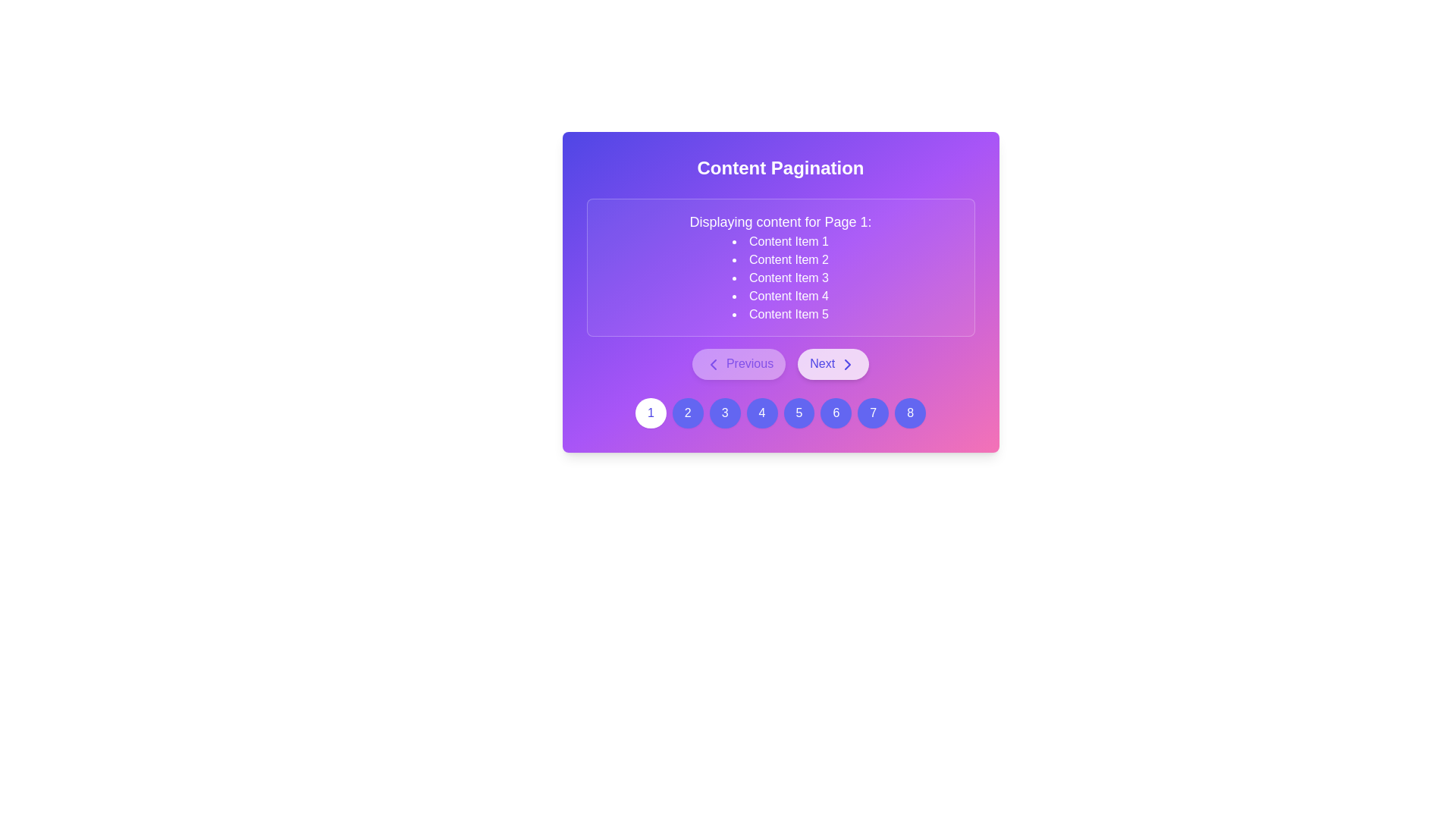 The image size is (1456, 819). I want to click on the text item 'Content Item 5' in the bulleted list, which is the fifth item positioned below 'Content Item 4' and is part of a vertical list with a gradient background, so click(780, 314).